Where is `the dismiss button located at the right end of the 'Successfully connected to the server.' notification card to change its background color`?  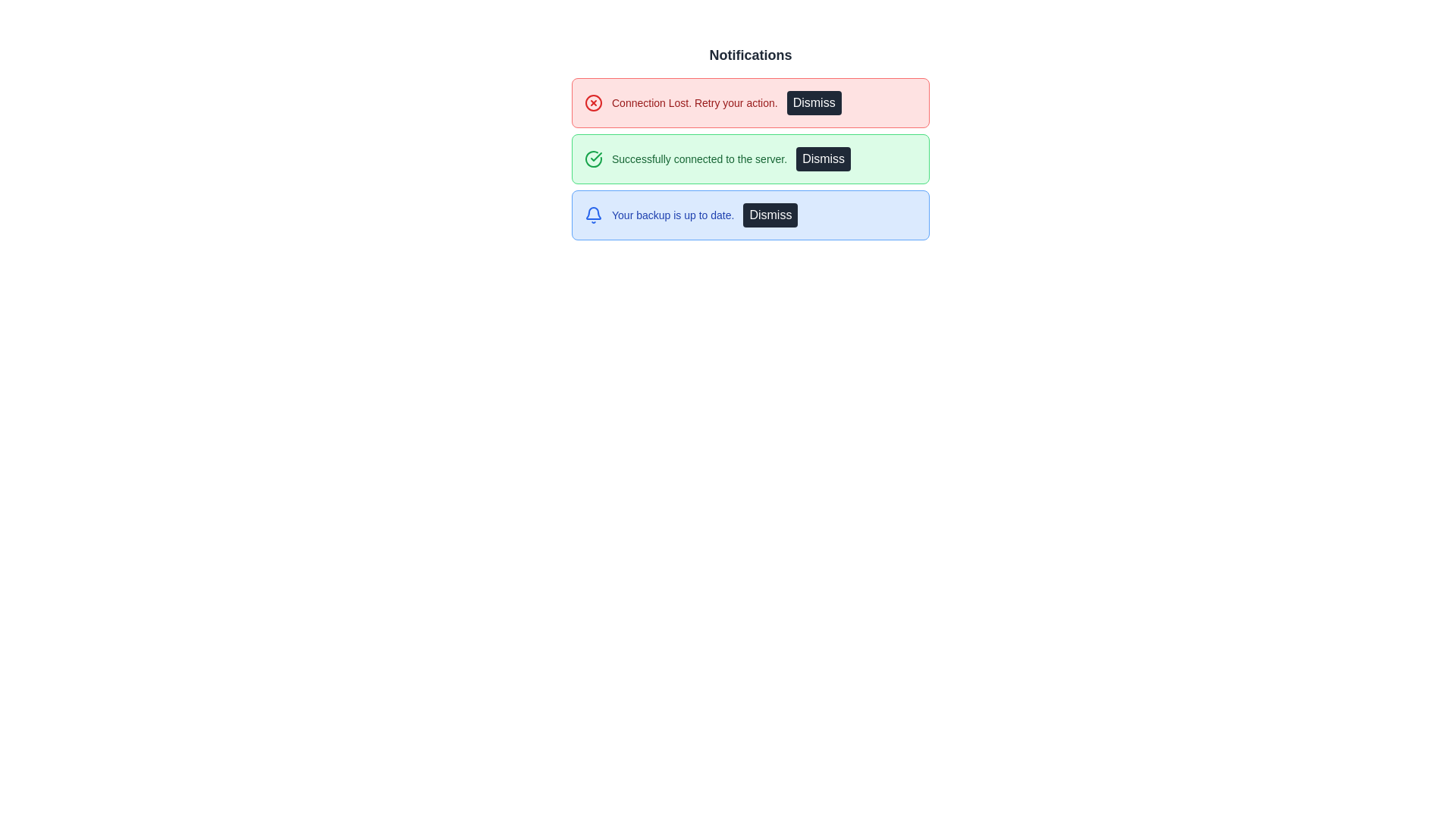 the dismiss button located at the right end of the 'Successfully connected to the server.' notification card to change its background color is located at coordinates (823, 158).